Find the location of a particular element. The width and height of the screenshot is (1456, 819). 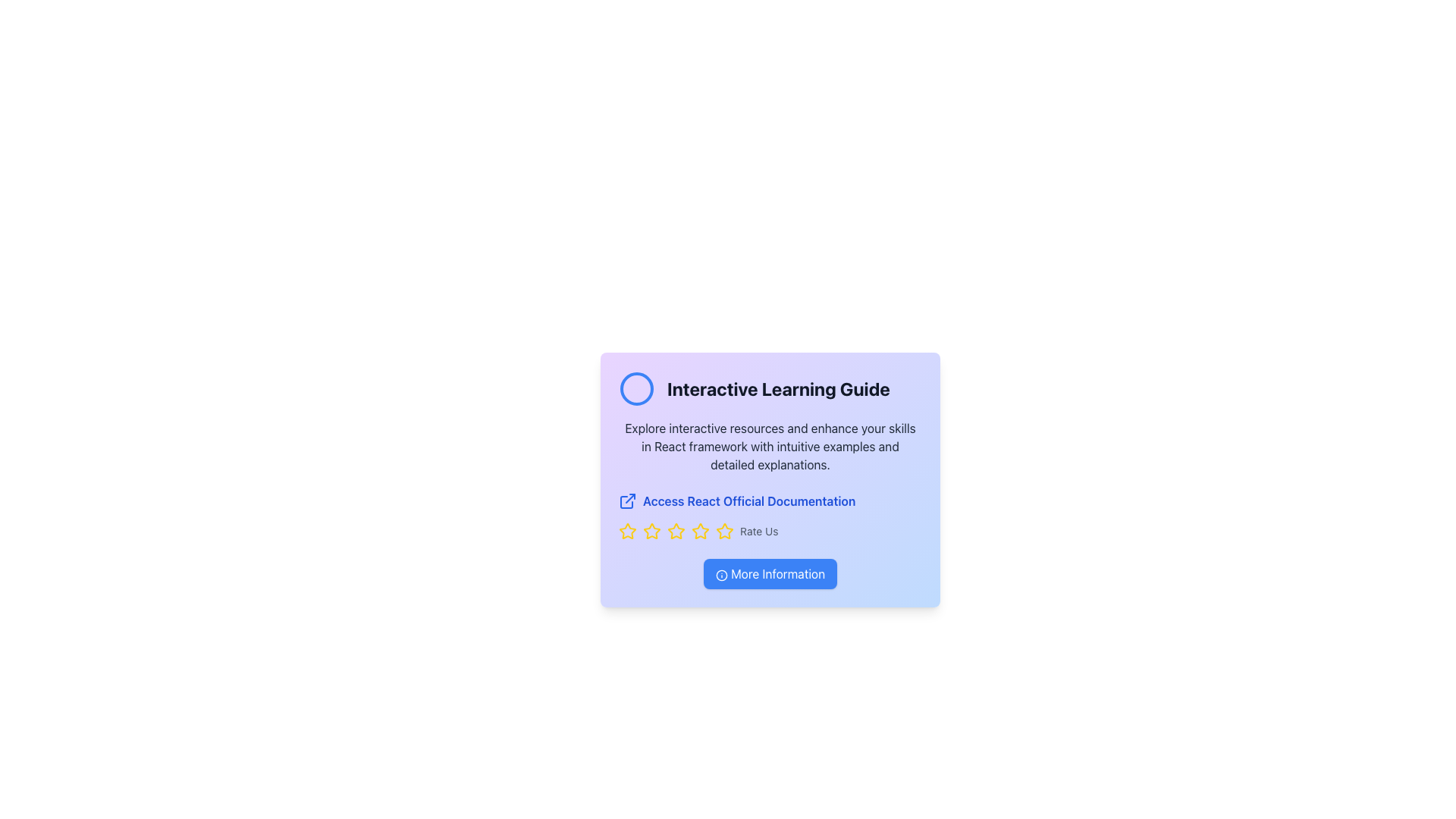

the fifth star in the rating system, located just above the 'Rate Us' text is located at coordinates (676, 531).